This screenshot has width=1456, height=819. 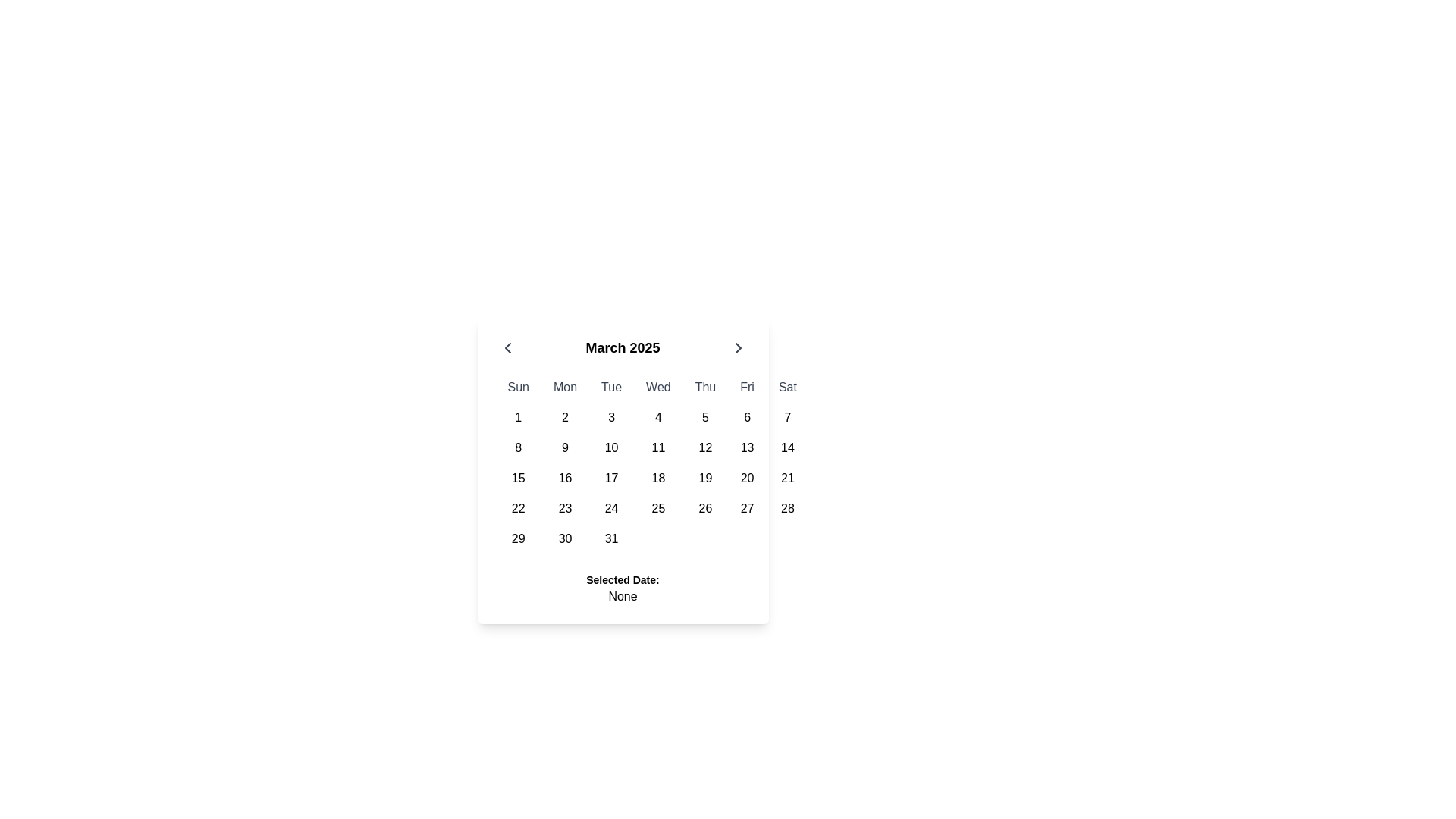 I want to click on the calendar date item displaying the number '19', so click(x=704, y=479).